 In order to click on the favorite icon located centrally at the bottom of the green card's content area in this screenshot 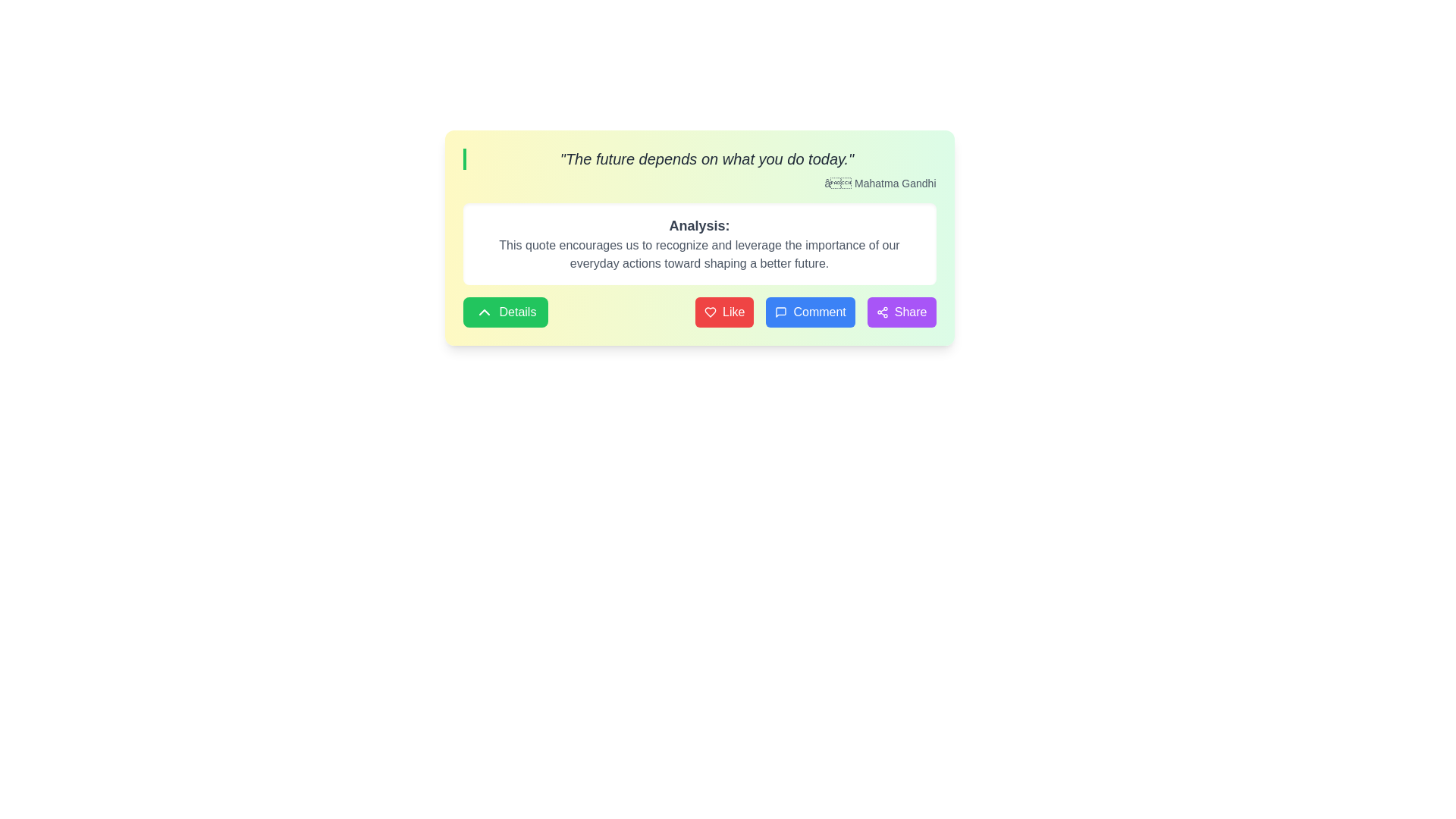, I will do `click(710, 312)`.